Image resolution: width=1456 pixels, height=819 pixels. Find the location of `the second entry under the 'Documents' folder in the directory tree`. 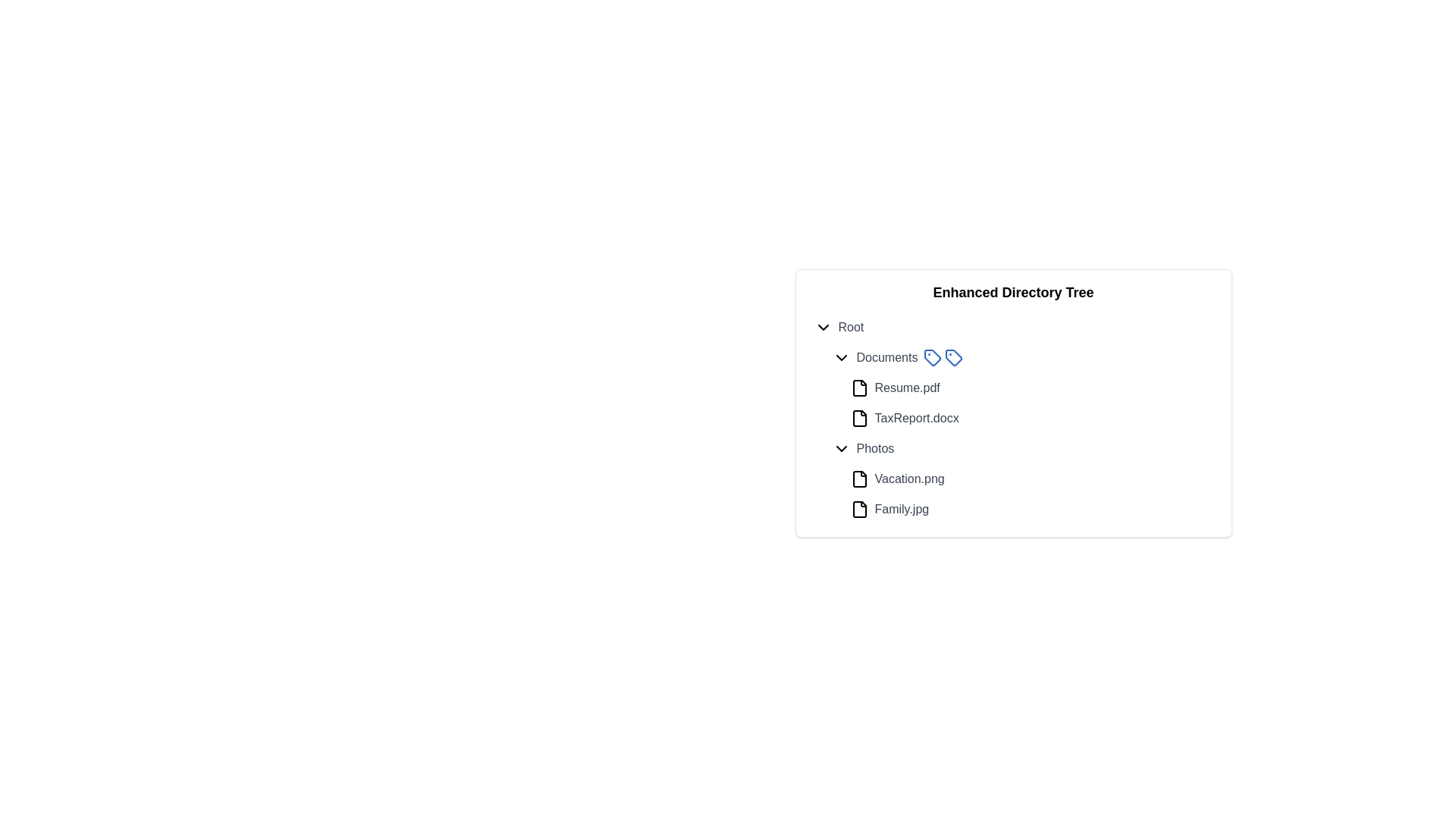

the second entry under the 'Documents' folder in the directory tree is located at coordinates (1031, 418).